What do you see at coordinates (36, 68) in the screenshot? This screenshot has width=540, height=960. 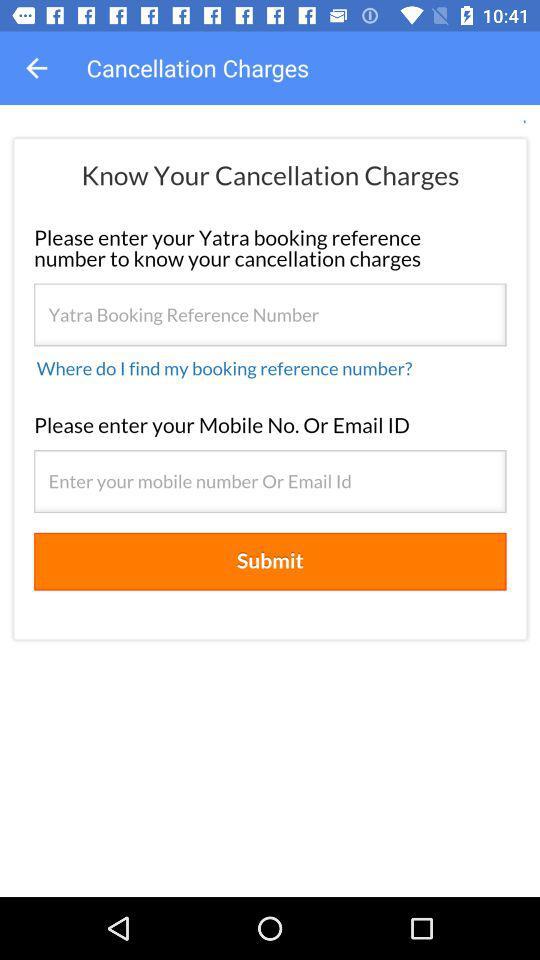 I see `back` at bounding box center [36, 68].